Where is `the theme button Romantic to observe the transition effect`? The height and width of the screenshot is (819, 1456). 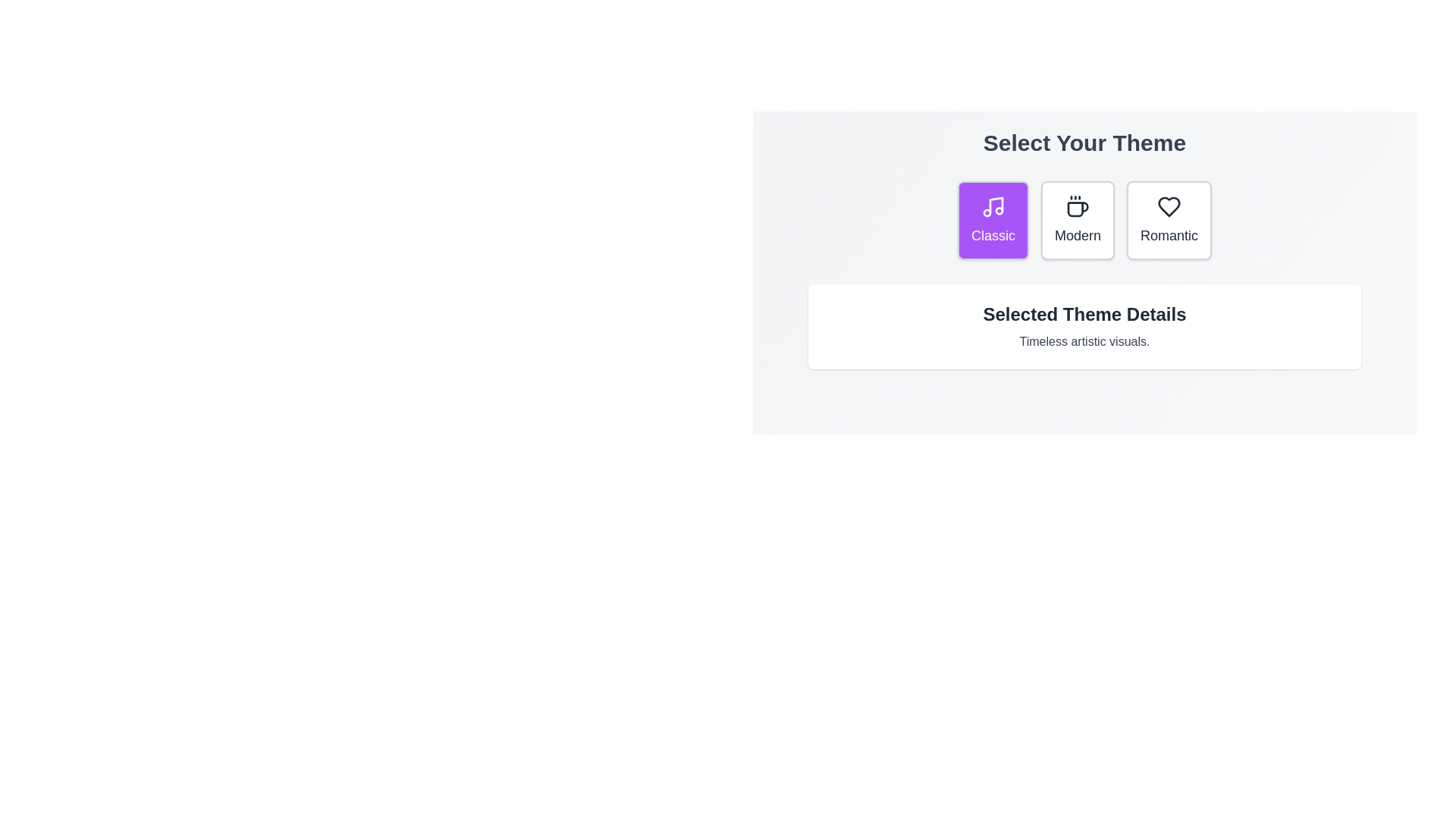
the theme button Romantic to observe the transition effect is located at coordinates (1168, 220).